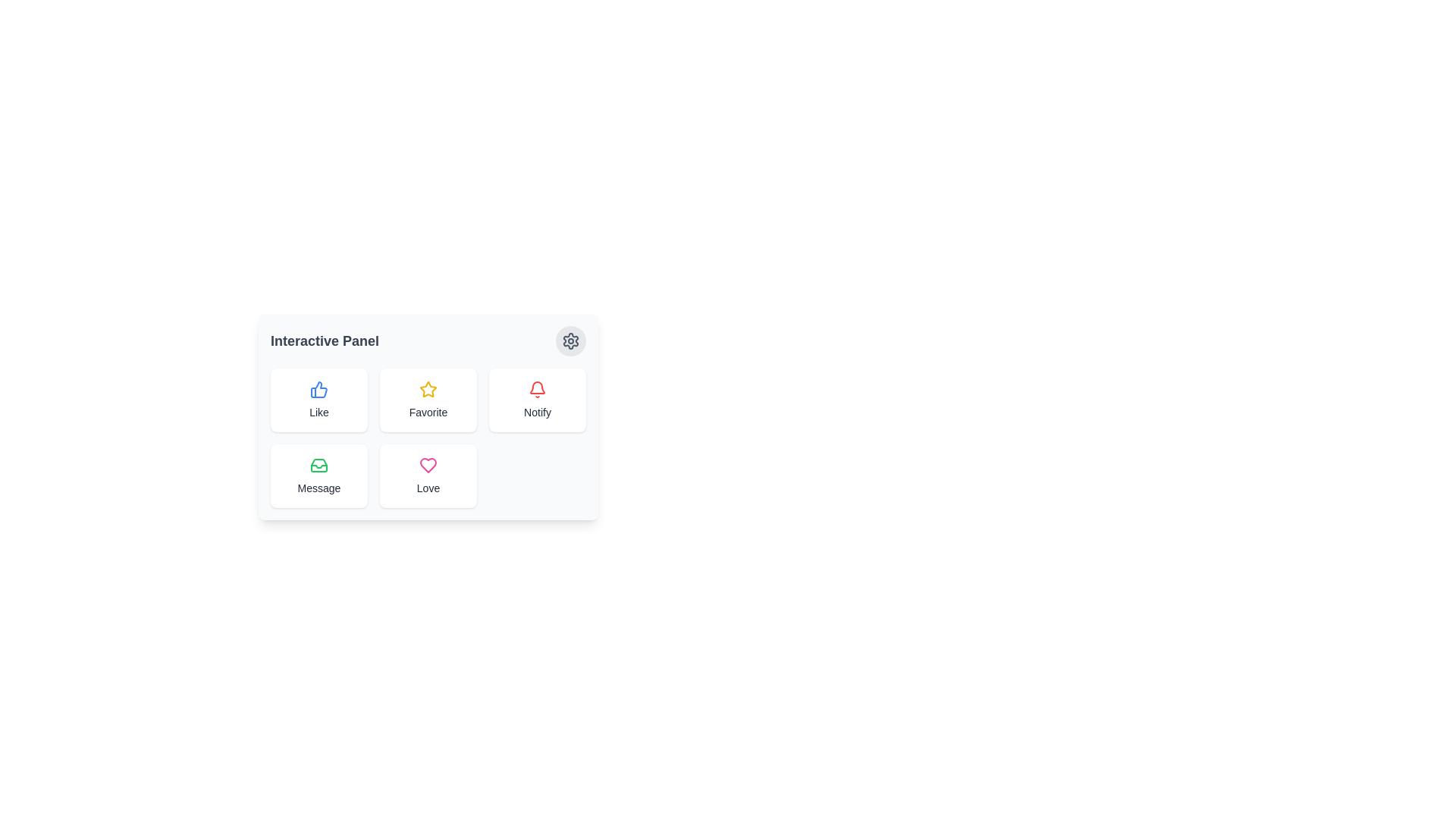 The image size is (1456, 819). I want to click on the 'Favorite' button located in the second card of the first row, which features a yellow outlined star icon and a gray text label, so click(428, 400).